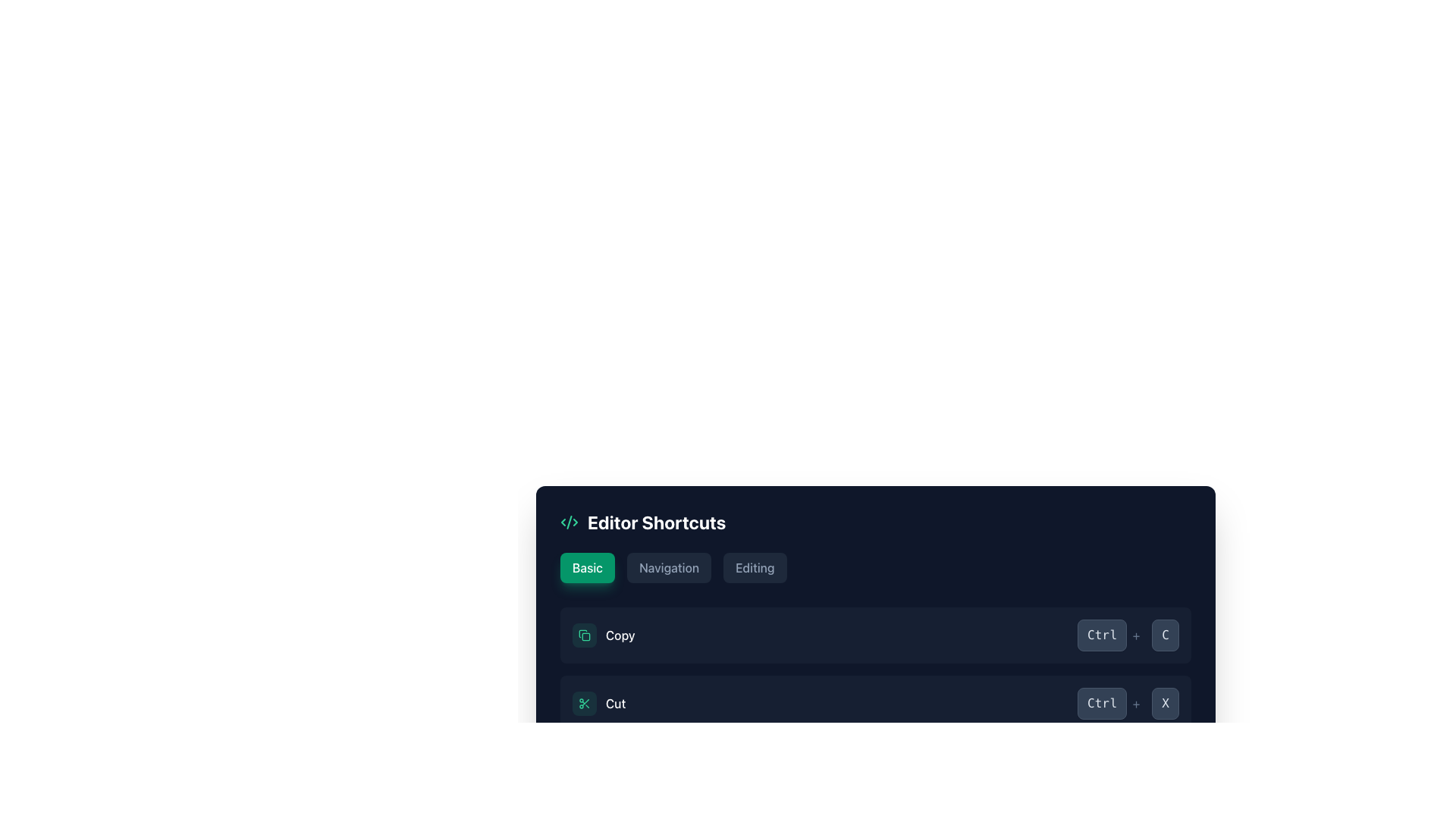 The width and height of the screenshot is (1456, 819). Describe the element at coordinates (584, 635) in the screenshot. I see `the 'Copy' Icon button located in the 'Editor Shortcuts' section` at that location.